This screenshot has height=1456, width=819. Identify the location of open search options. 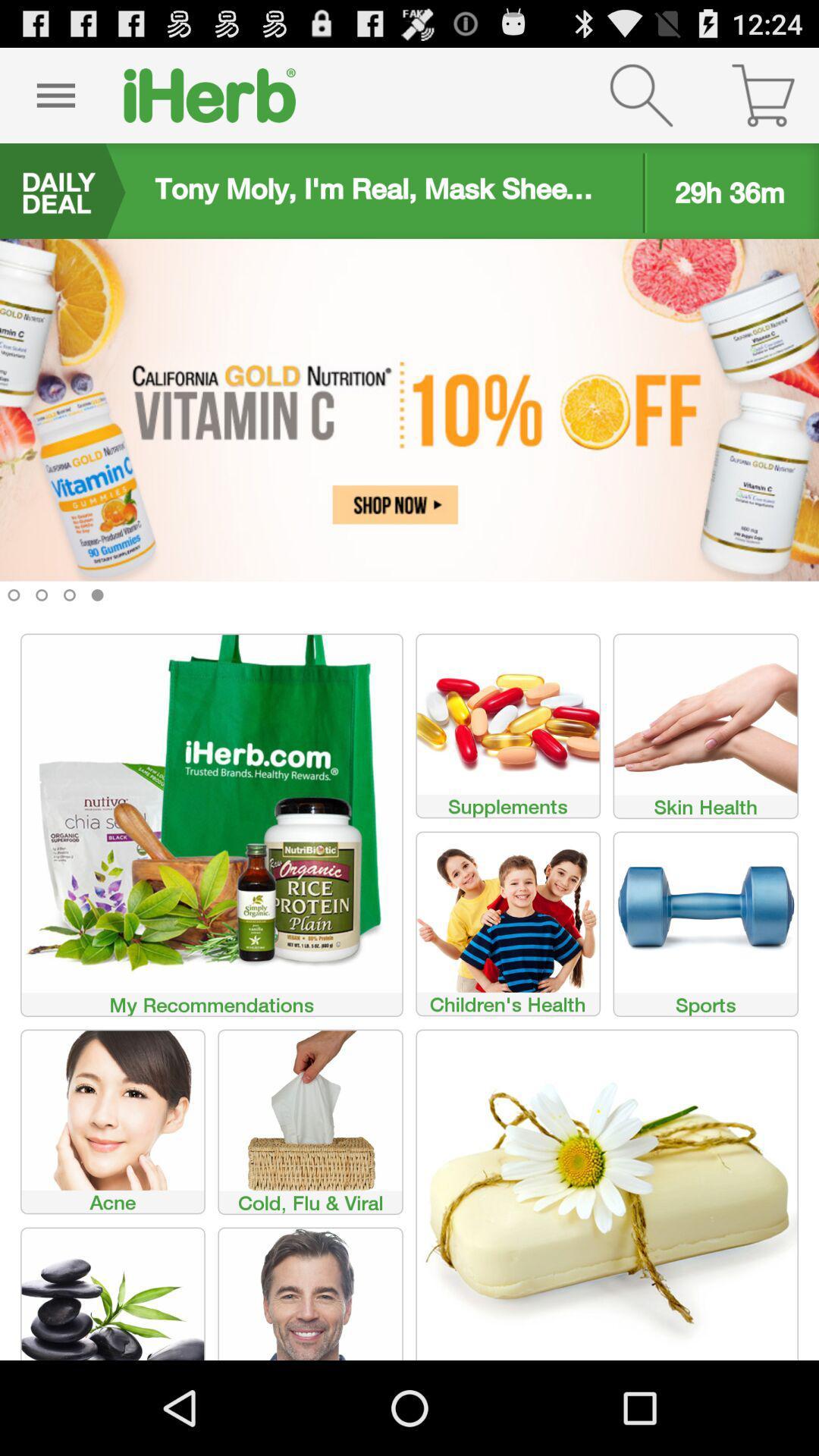
(641, 94).